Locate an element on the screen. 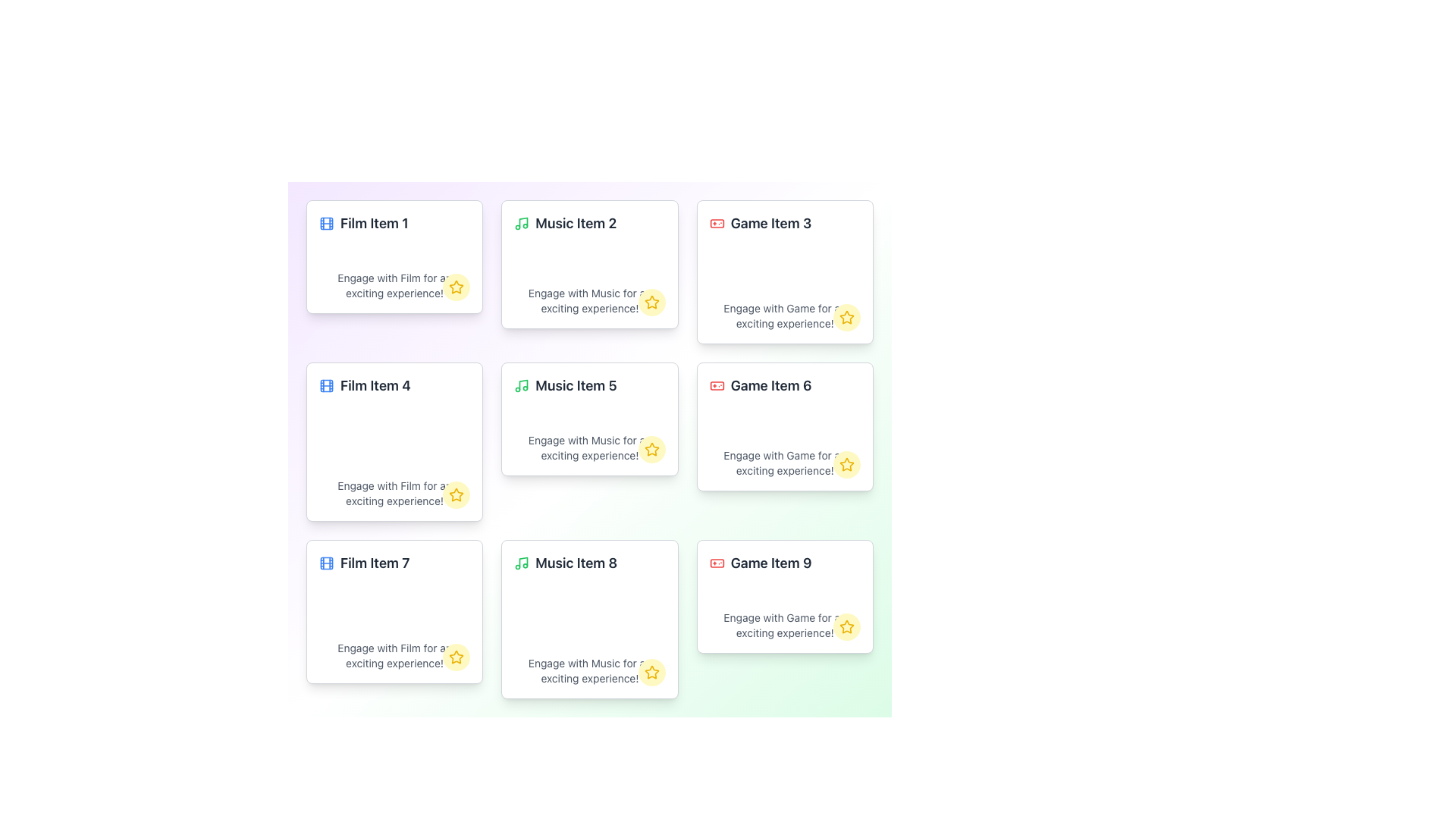  the decorative rectangle within the 'Film Item 1' icon, which is located in the first column and first row of the 3x3 grid layout is located at coordinates (326, 385).